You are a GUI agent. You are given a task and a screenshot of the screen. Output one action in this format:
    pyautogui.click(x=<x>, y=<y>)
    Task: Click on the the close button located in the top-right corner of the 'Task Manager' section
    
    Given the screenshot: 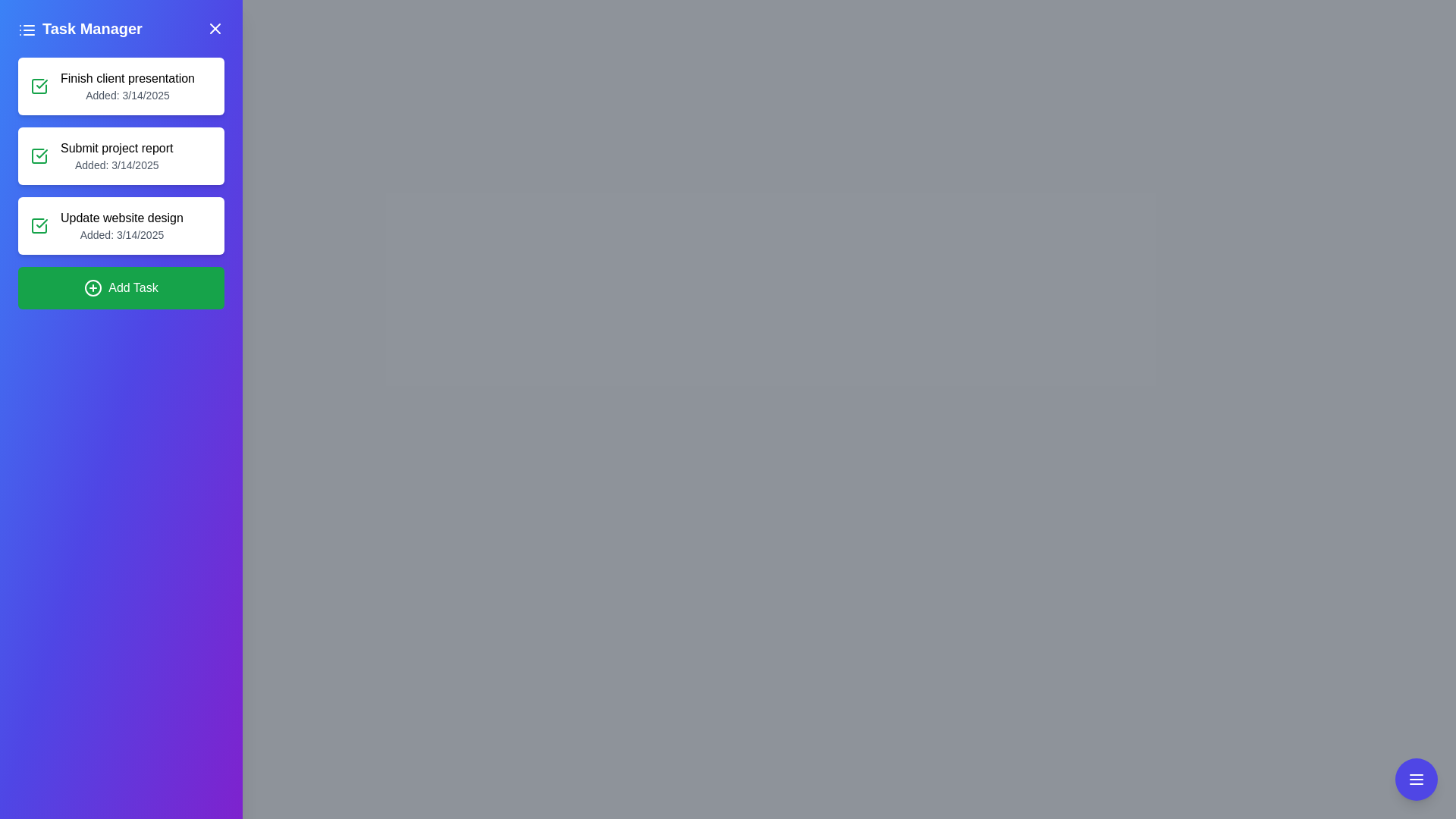 What is the action you would take?
    pyautogui.click(x=214, y=29)
    